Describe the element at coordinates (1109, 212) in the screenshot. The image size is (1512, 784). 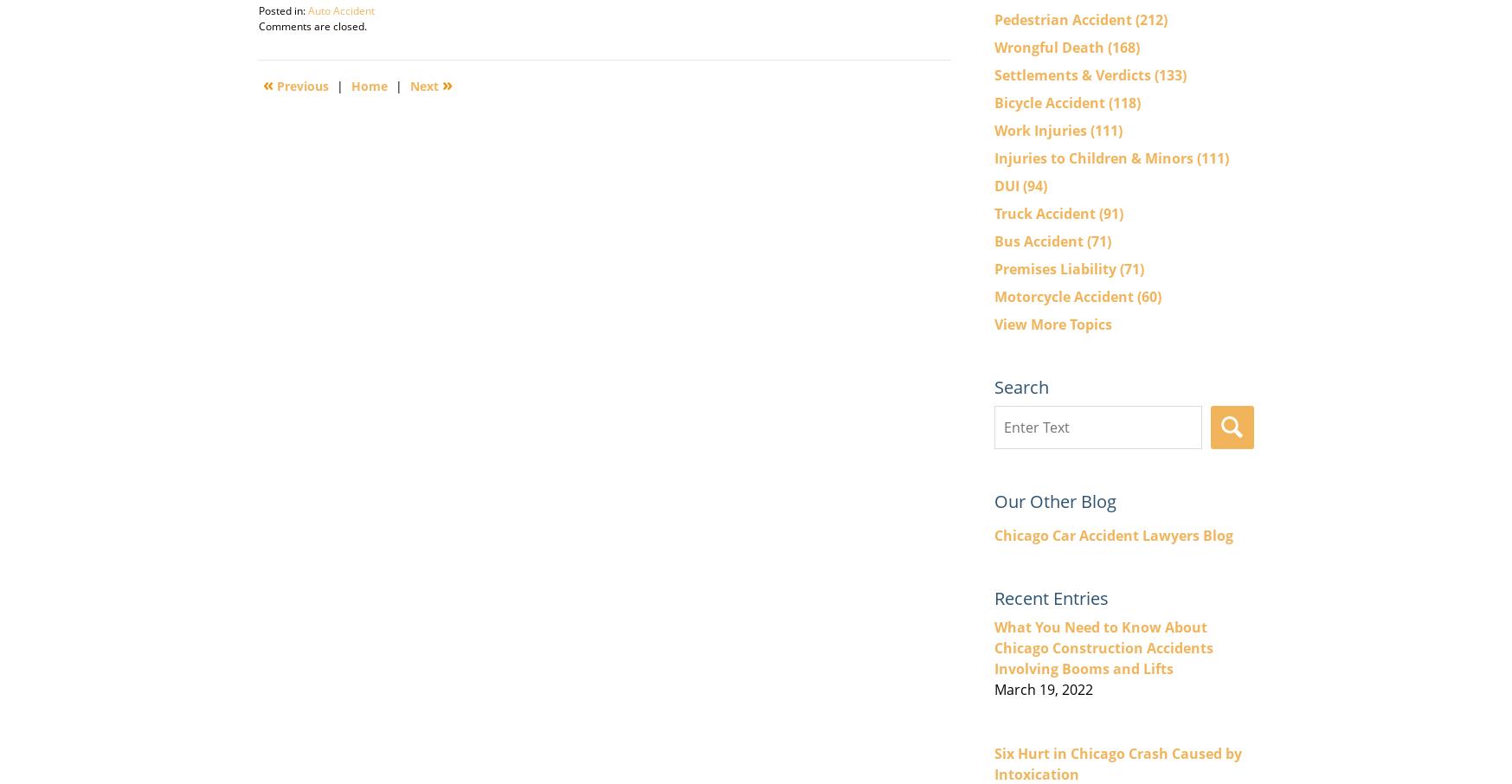
I see `'(91)'` at that location.